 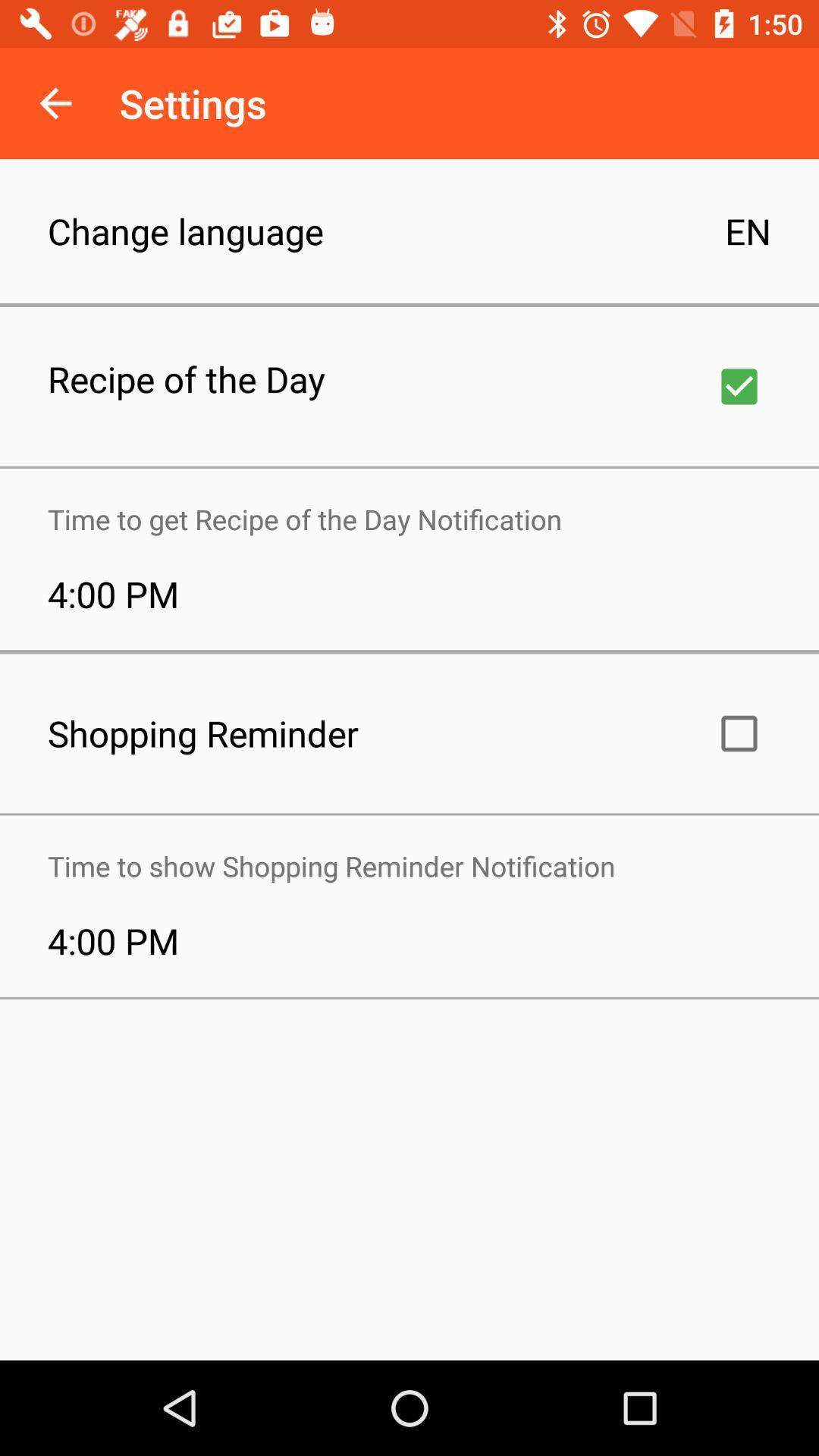 What do you see at coordinates (739, 734) in the screenshot?
I see `the check box on the right side of text shopping reminder` at bounding box center [739, 734].